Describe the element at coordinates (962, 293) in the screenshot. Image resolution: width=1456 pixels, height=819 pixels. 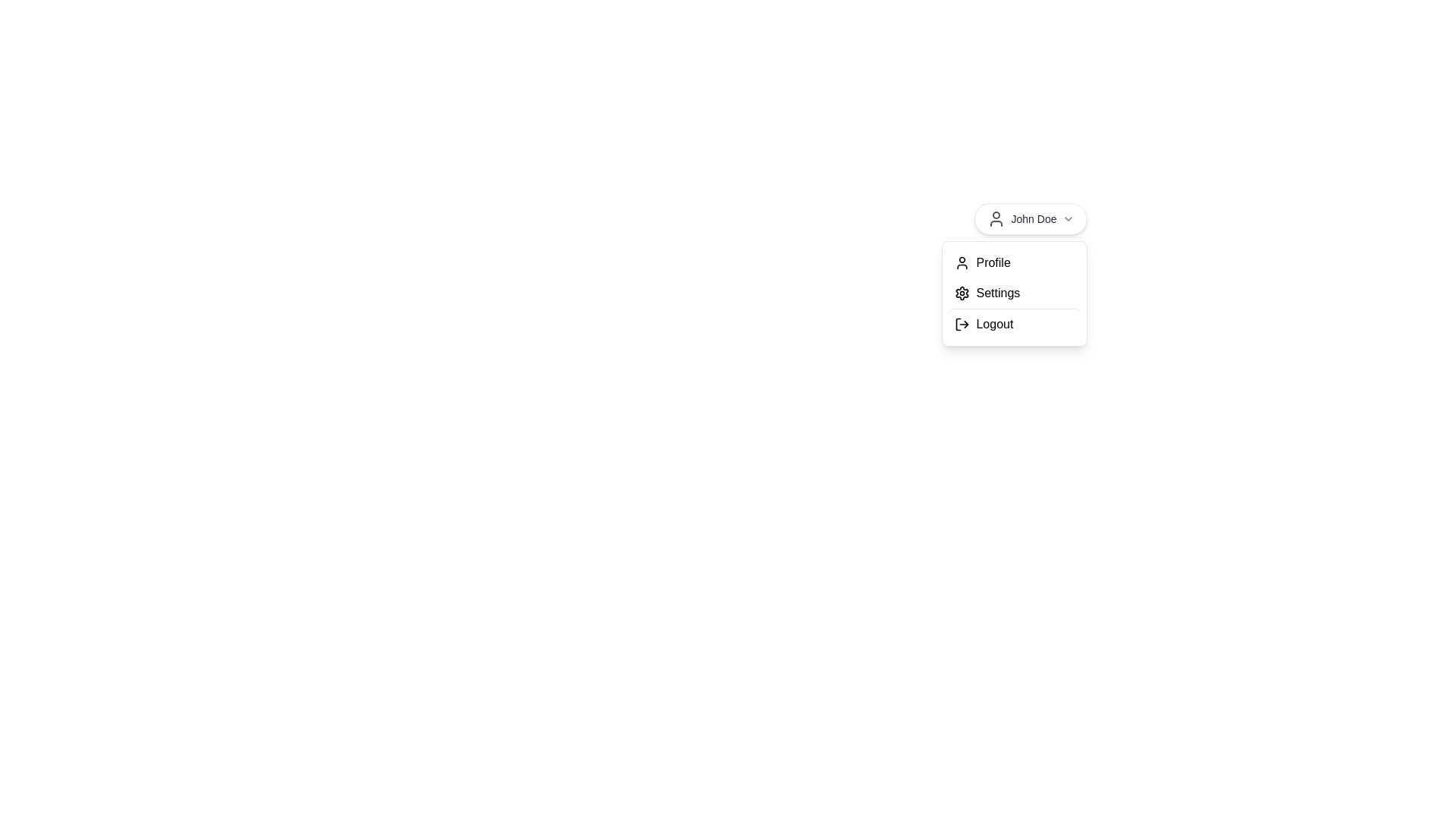
I see `the visual representation of the settings icon, which is an outer gear shape located to the right of the 'Profile' option and above the 'Logout' option in the dropdown menu under the user name 'John Doe'` at that location.